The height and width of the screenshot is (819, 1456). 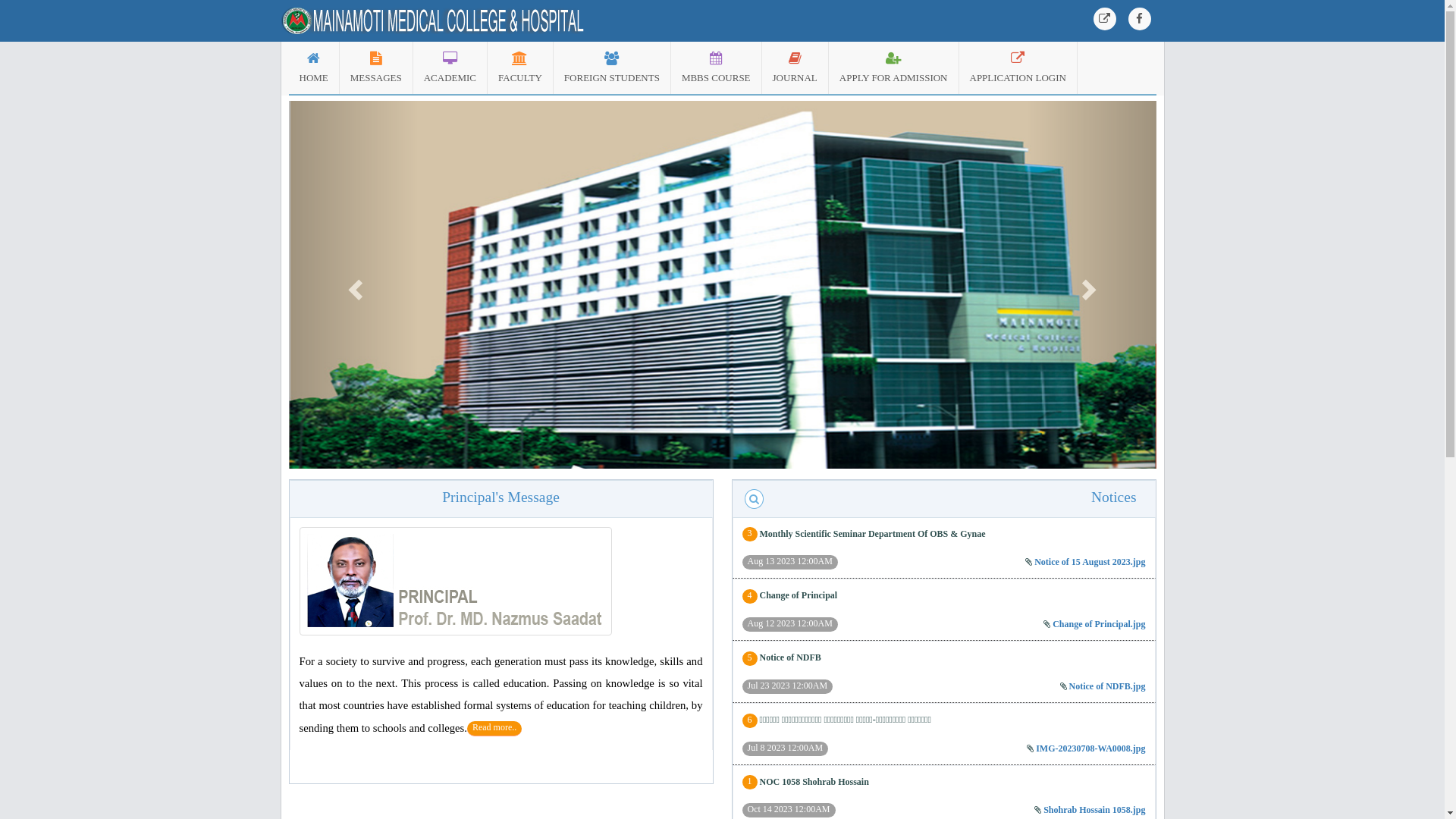 I want to click on 'FOREIGN STUDENTS', so click(x=552, y=67).